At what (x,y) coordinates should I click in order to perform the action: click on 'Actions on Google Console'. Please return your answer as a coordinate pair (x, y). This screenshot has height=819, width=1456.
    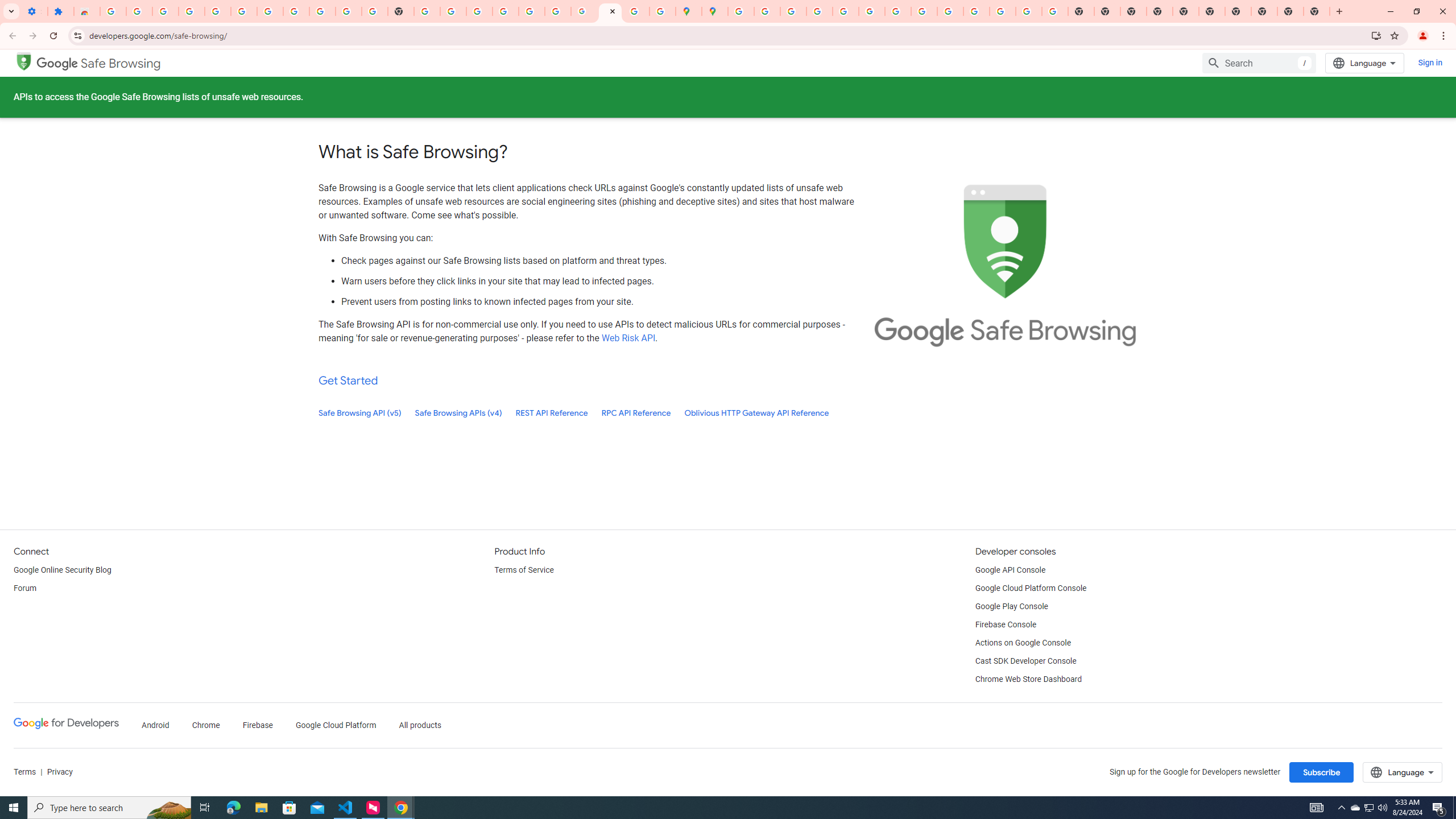
    Looking at the image, I should click on (1023, 643).